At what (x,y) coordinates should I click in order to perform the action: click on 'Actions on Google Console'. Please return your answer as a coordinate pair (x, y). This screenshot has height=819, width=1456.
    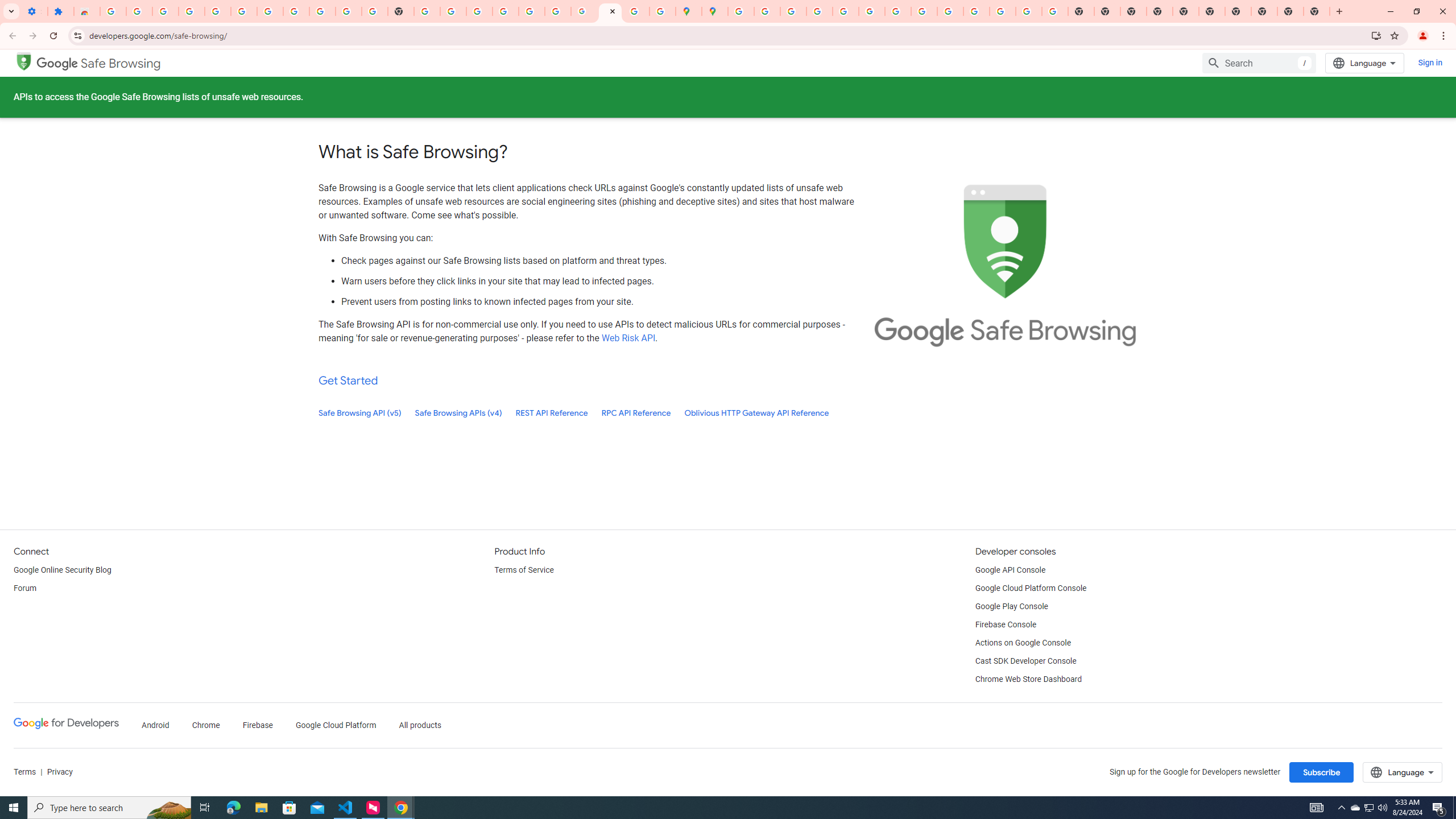
    Looking at the image, I should click on (1023, 643).